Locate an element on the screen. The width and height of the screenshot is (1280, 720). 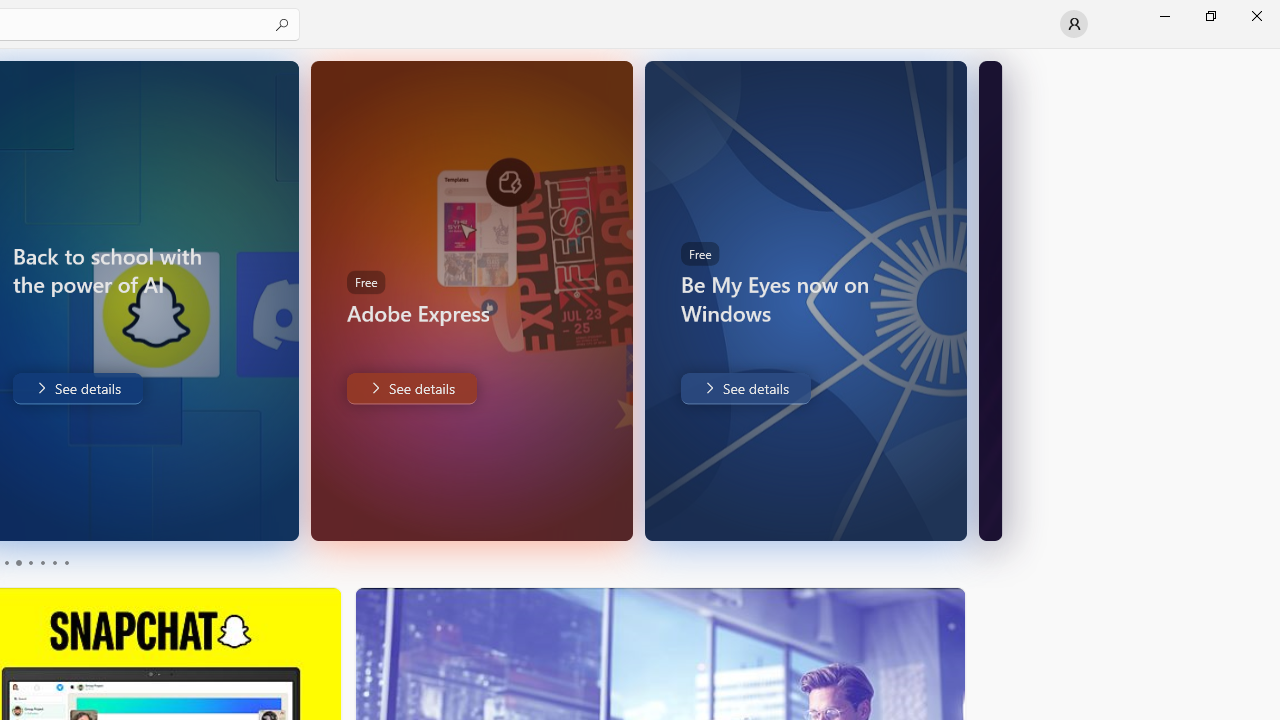
'Restore Microsoft Store' is located at coordinates (1209, 15).